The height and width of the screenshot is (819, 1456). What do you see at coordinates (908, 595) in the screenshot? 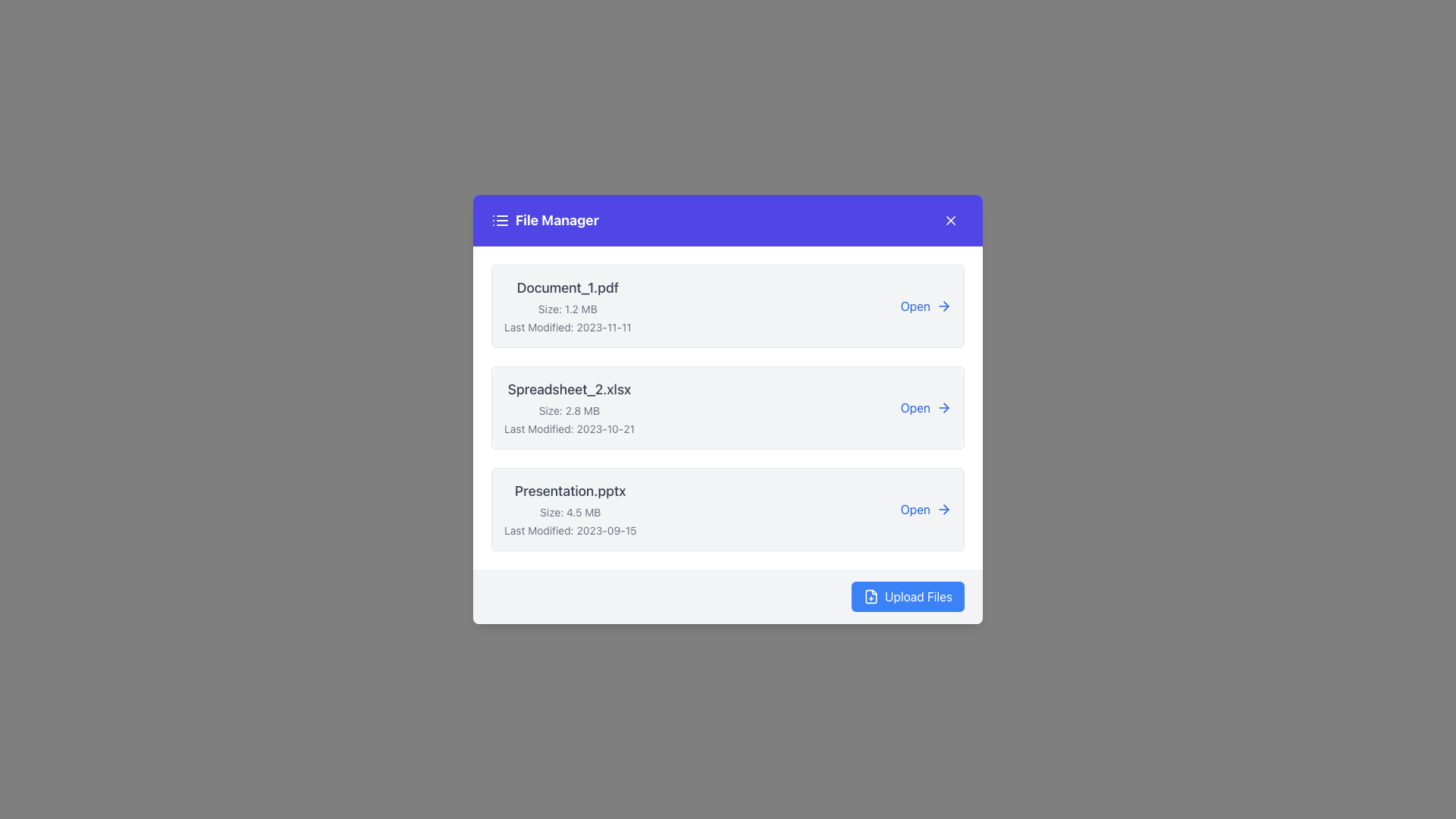
I see `the file upload button located at the bottom-right corner of the grey rectangular section in the file manager interface for keyboard navigation` at bounding box center [908, 595].